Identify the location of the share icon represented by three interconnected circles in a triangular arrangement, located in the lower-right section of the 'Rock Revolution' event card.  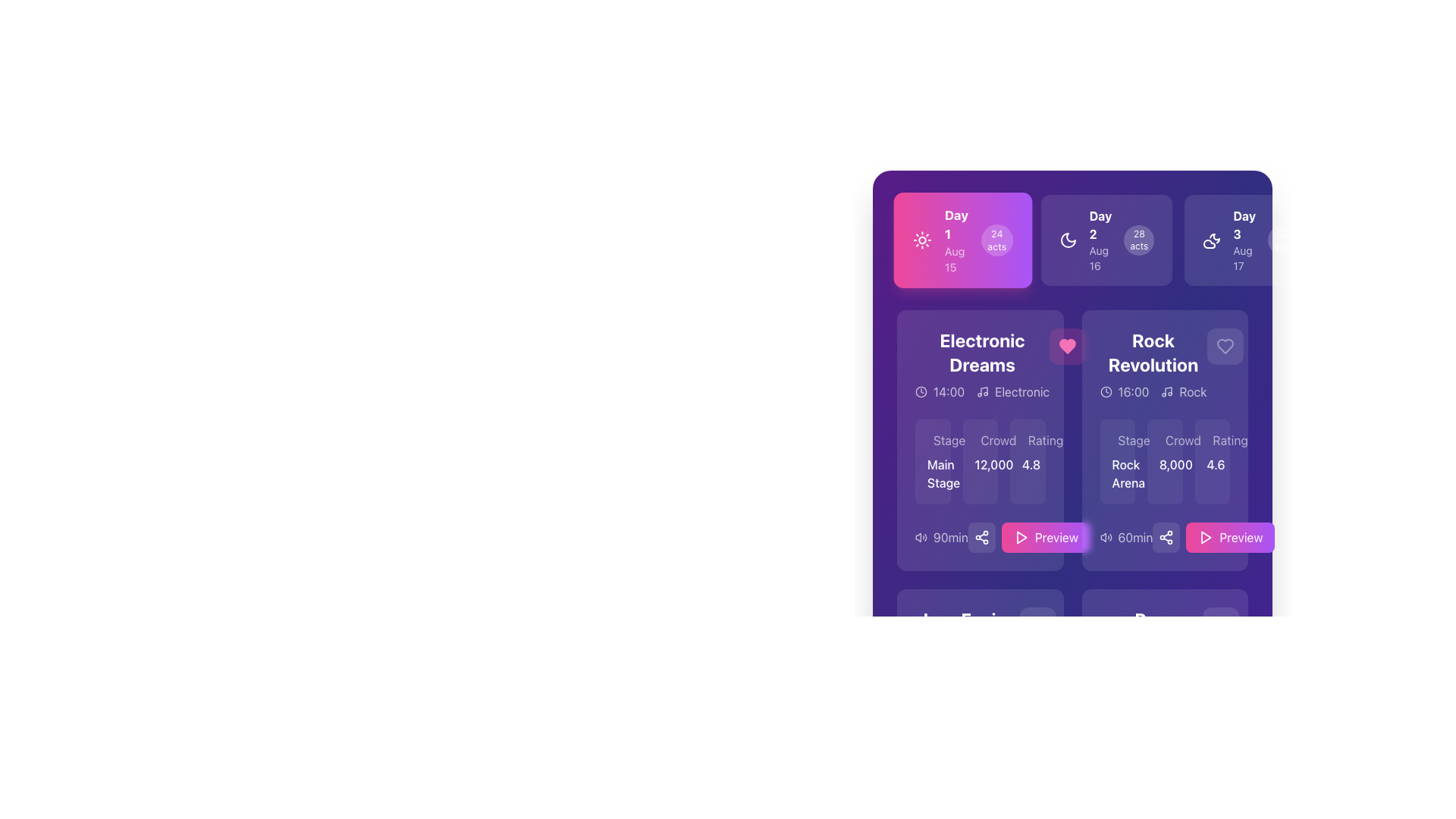
(981, 537).